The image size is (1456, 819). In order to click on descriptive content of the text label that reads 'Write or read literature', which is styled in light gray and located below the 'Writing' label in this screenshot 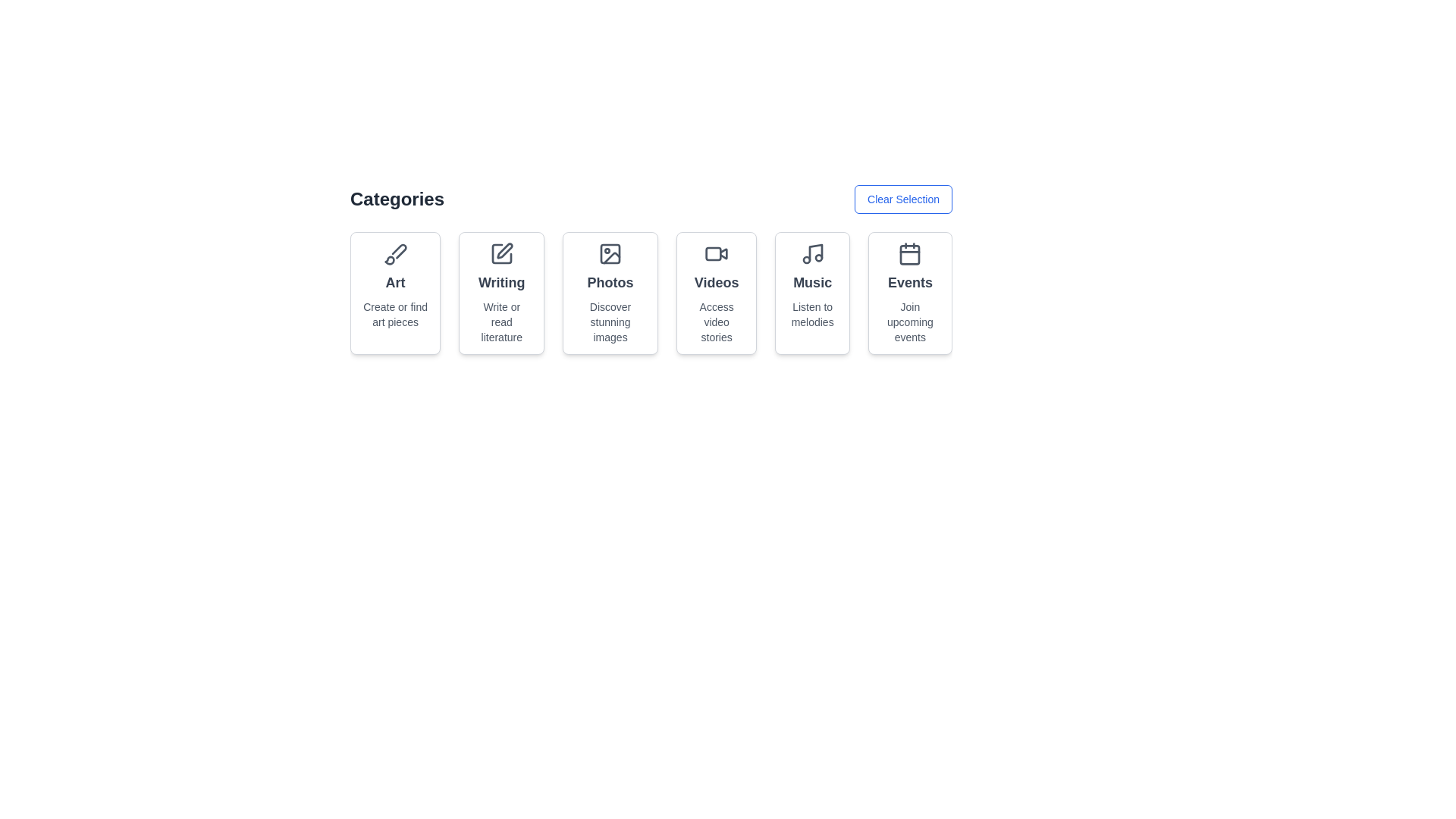, I will do `click(501, 321)`.